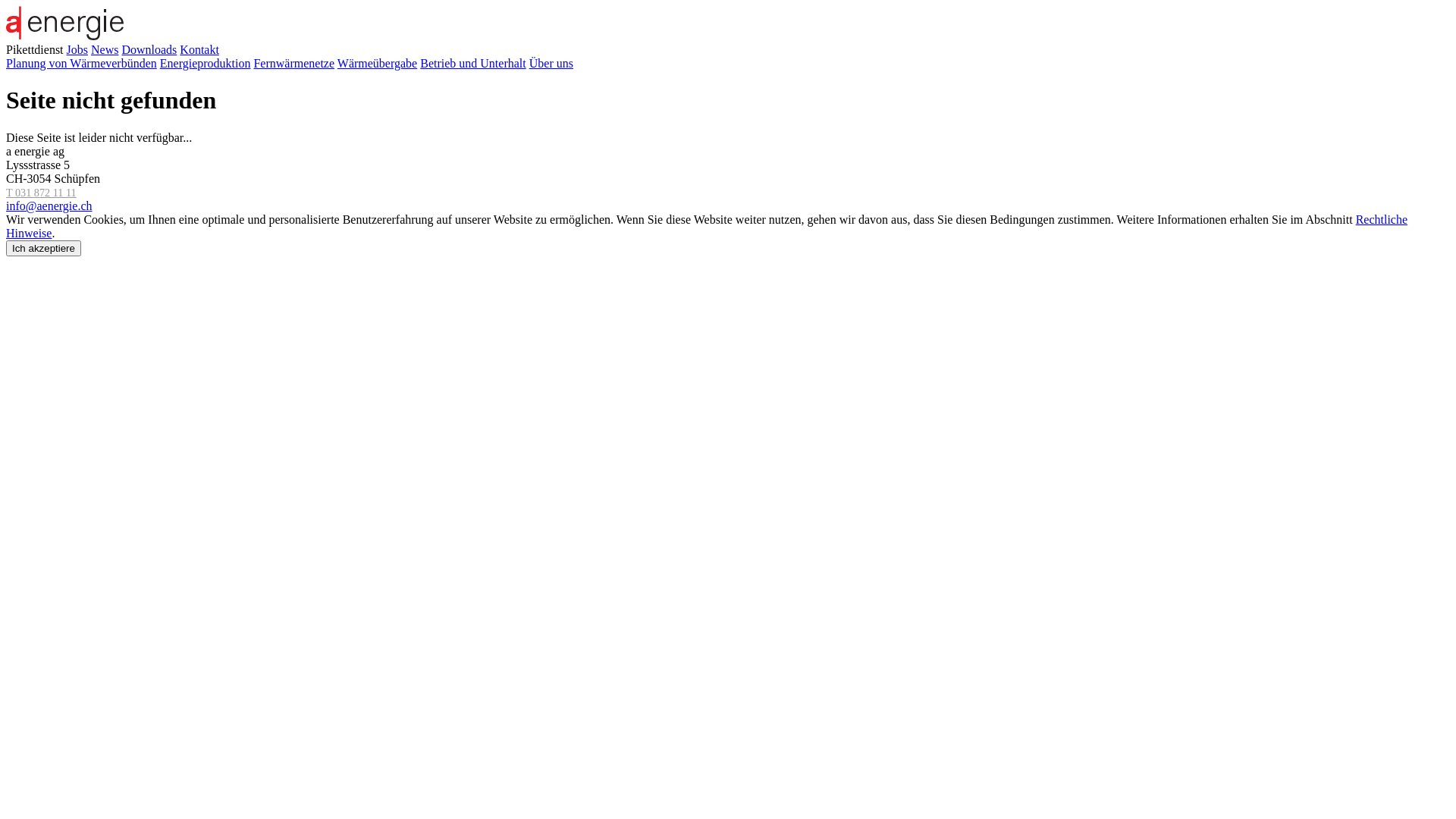  I want to click on 'Kontakt', so click(199, 49).